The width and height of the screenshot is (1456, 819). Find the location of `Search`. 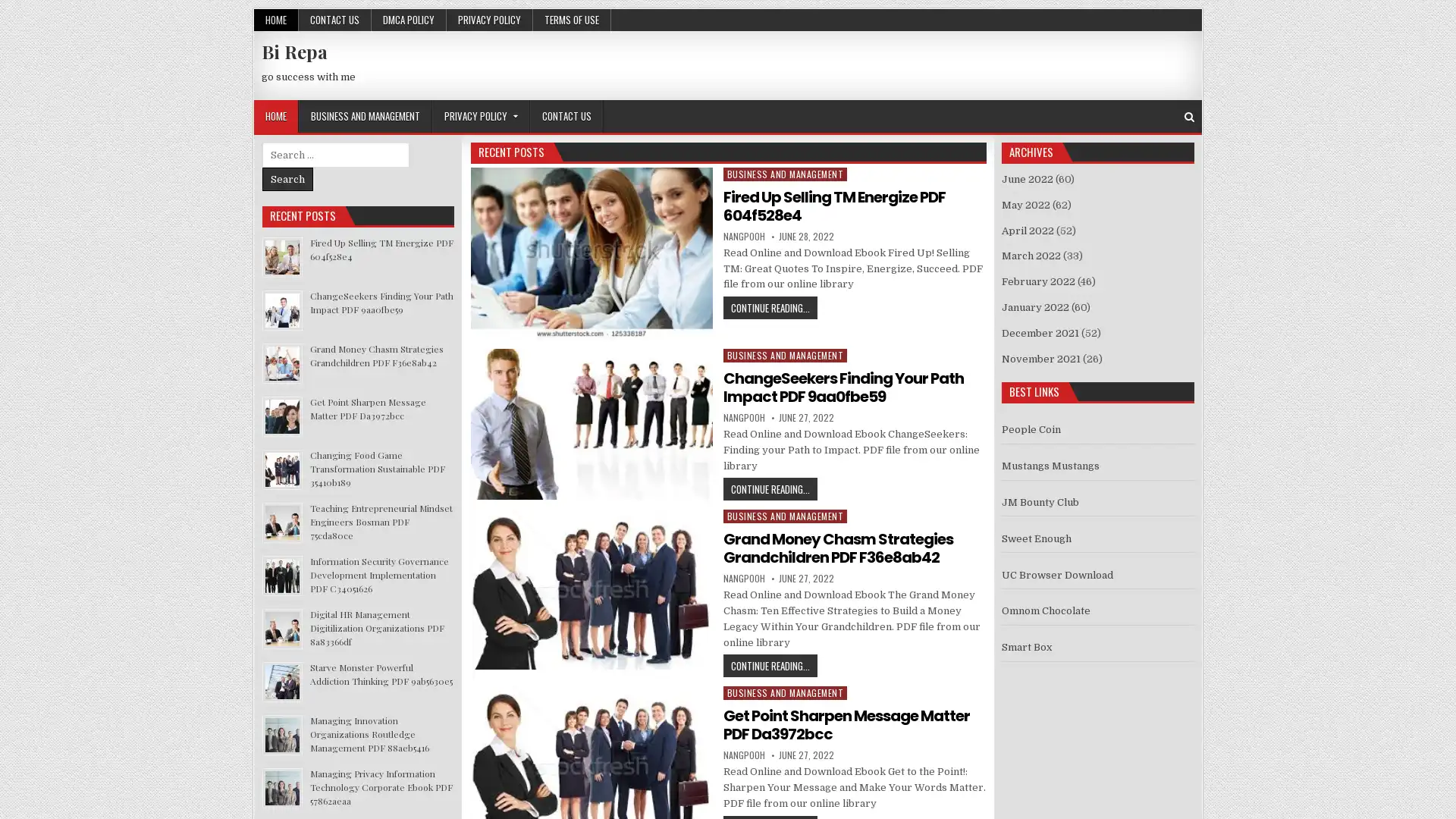

Search is located at coordinates (287, 178).